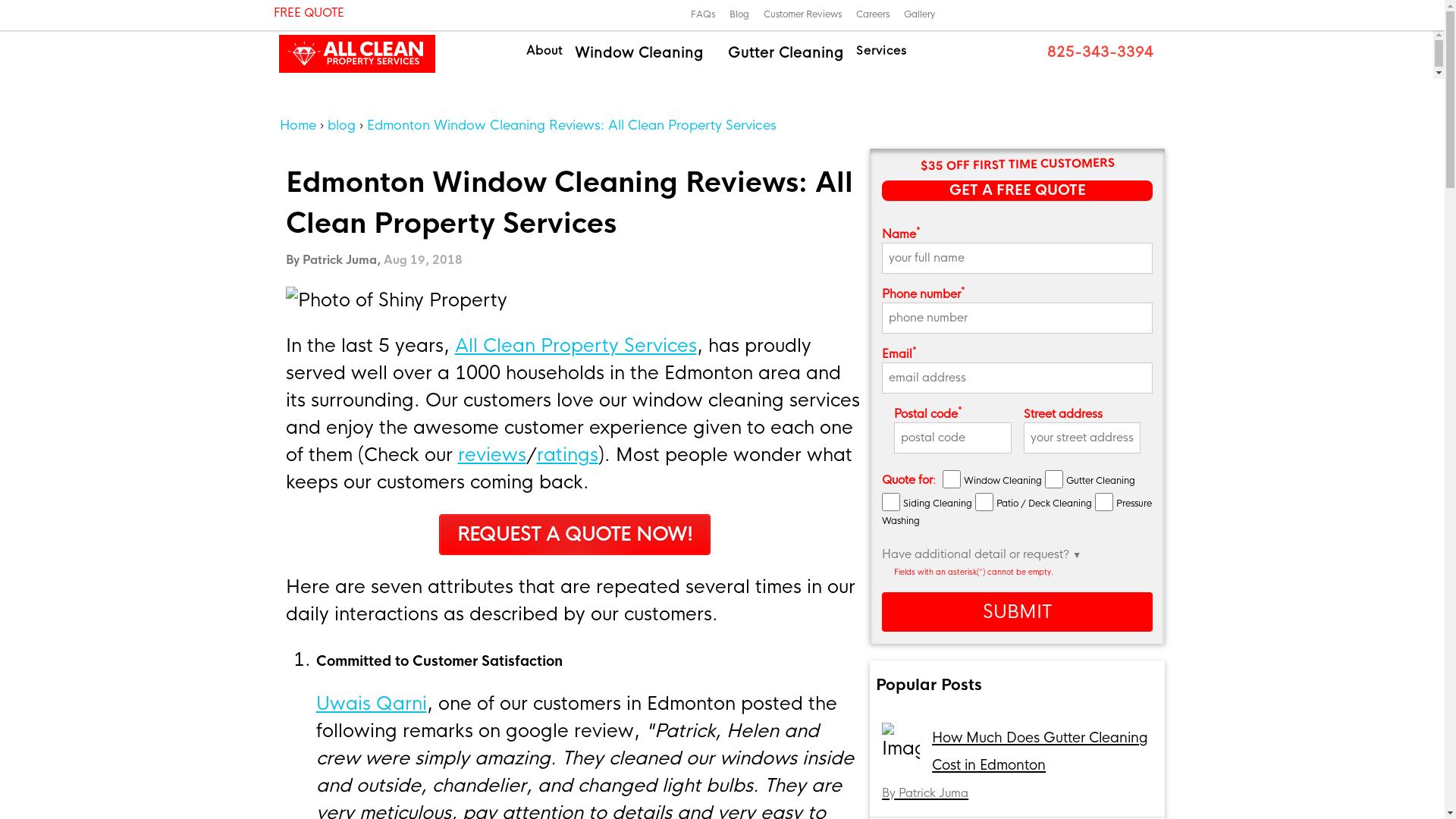  What do you see at coordinates (491, 454) in the screenshot?
I see `'reviews'` at bounding box center [491, 454].